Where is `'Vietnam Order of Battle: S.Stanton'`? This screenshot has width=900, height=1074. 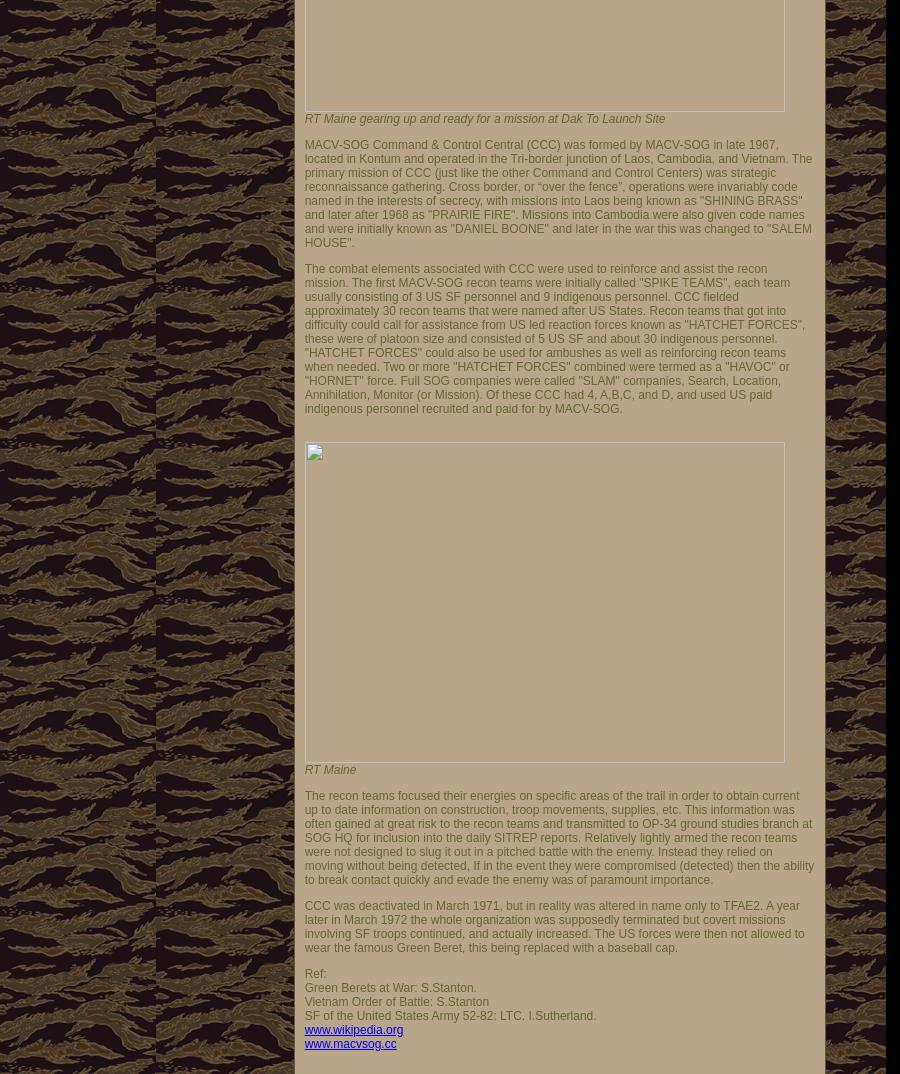
'Vietnam Order of Battle: S.Stanton' is located at coordinates (303, 1001).